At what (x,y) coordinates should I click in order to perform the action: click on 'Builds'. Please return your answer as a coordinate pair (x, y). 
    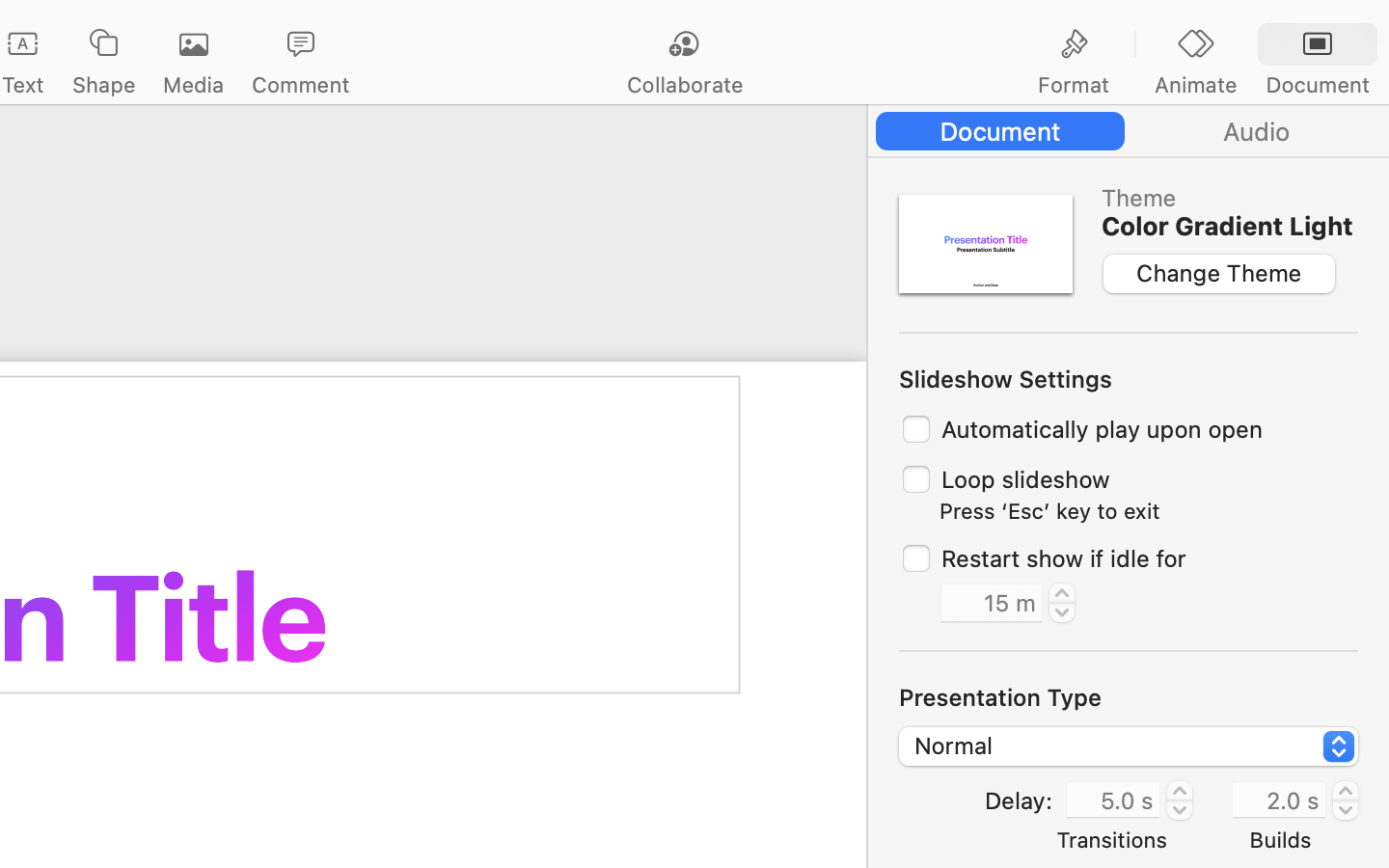
    Looking at the image, I should click on (1279, 839).